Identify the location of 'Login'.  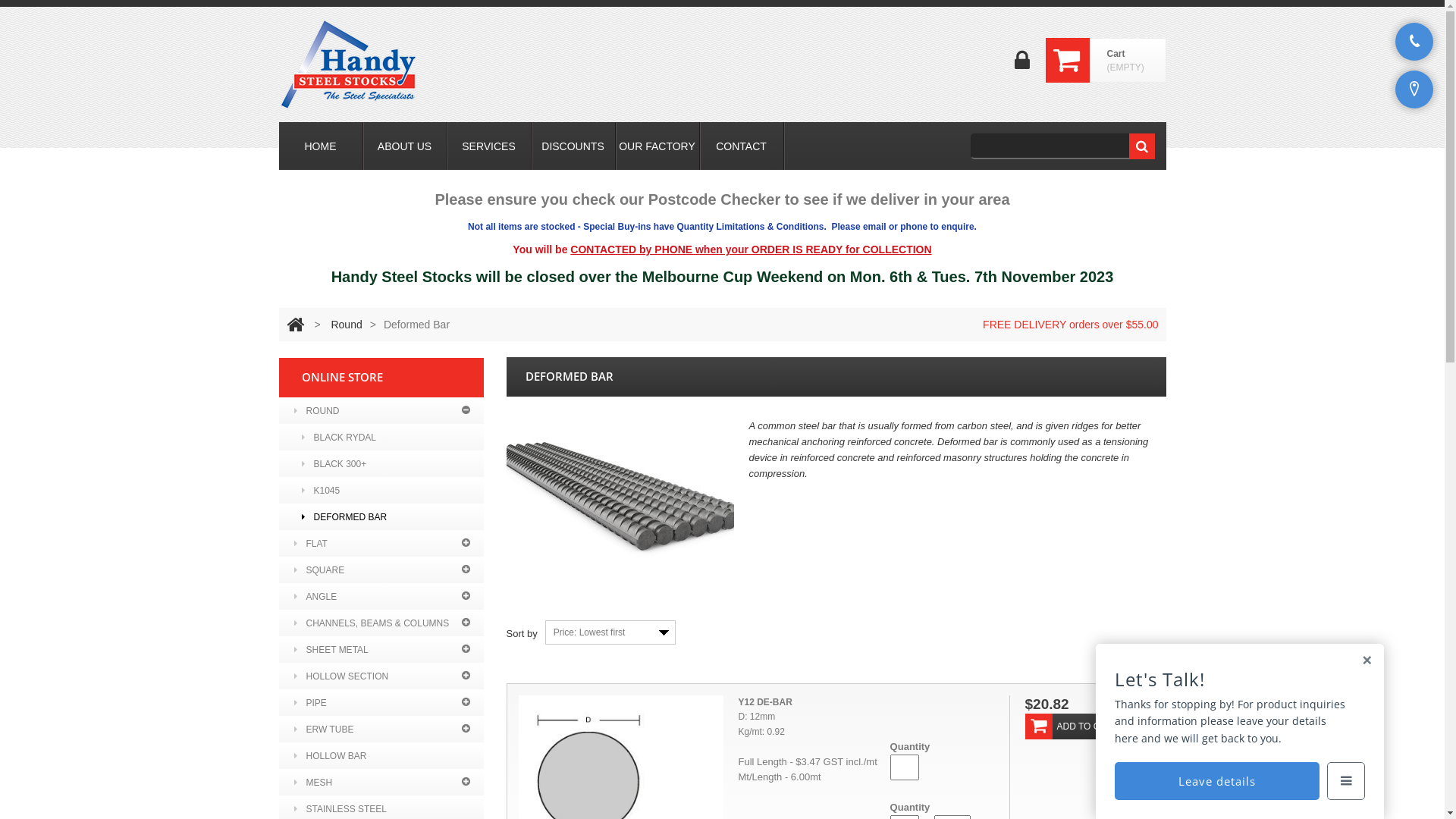
(1015, 64).